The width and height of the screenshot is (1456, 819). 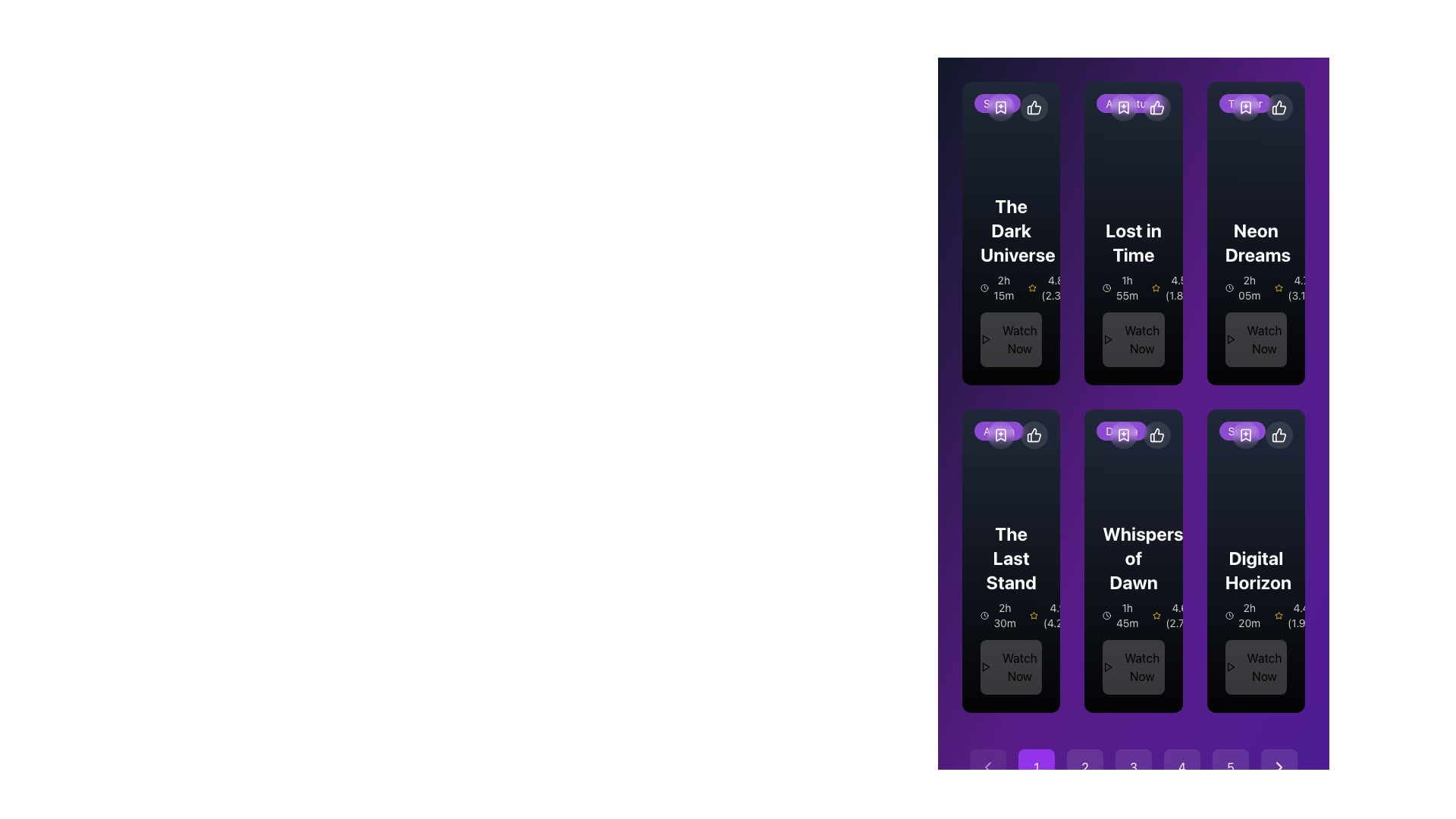 What do you see at coordinates (1001, 107) in the screenshot?
I see `the bookmark addition icon button located in the top-left corner of the card labeled 'The Dark Universe' to bookmark the item` at bounding box center [1001, 107].